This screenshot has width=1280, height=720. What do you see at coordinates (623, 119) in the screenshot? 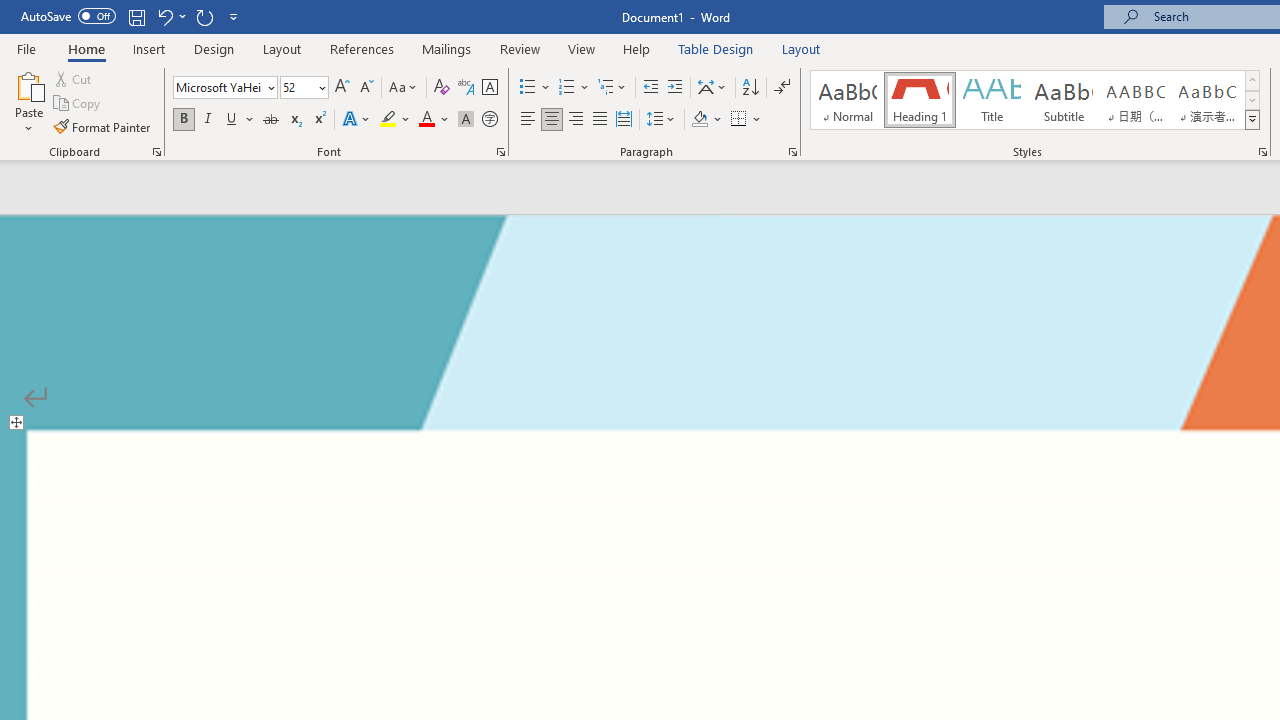
I see `'Distributed'` at bounding box center [623, 119].